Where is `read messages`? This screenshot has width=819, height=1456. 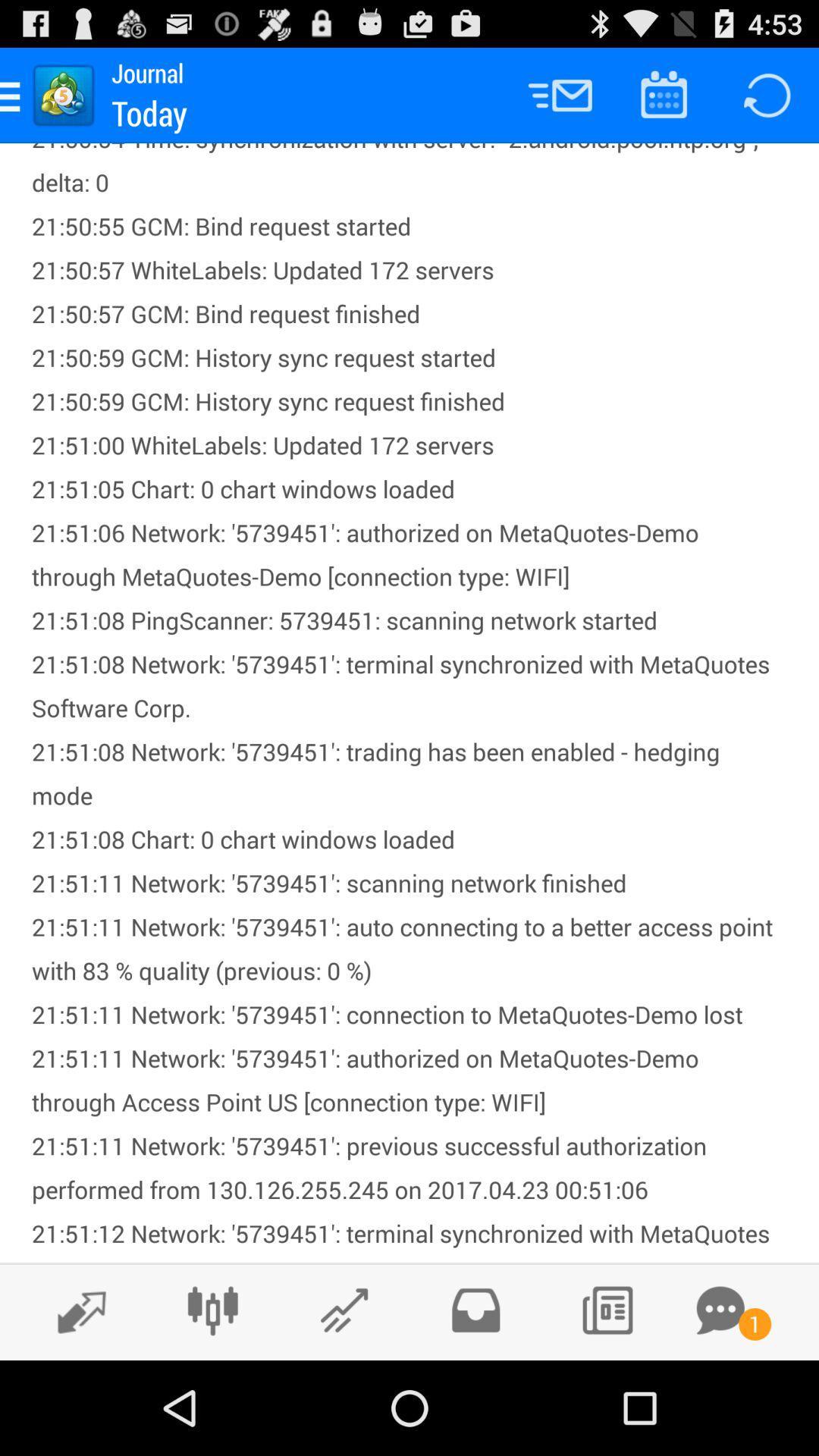
read messages is located at coordinates (720, 1310).